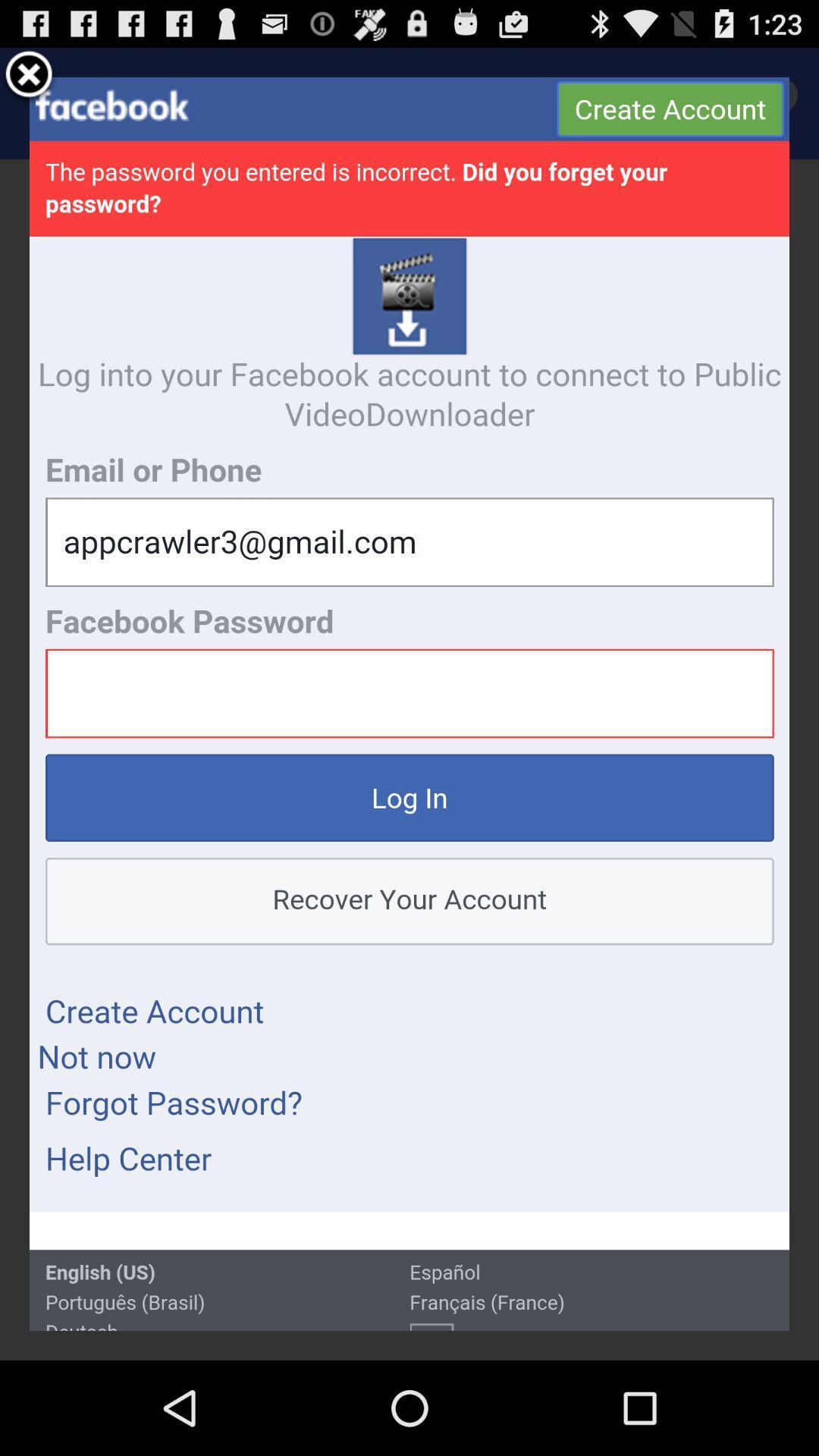 The height and width of the screenshot is (1456, 819). Describe the element at coordinates (29, 81) in the screenshot. I see `the close icon` at that location.